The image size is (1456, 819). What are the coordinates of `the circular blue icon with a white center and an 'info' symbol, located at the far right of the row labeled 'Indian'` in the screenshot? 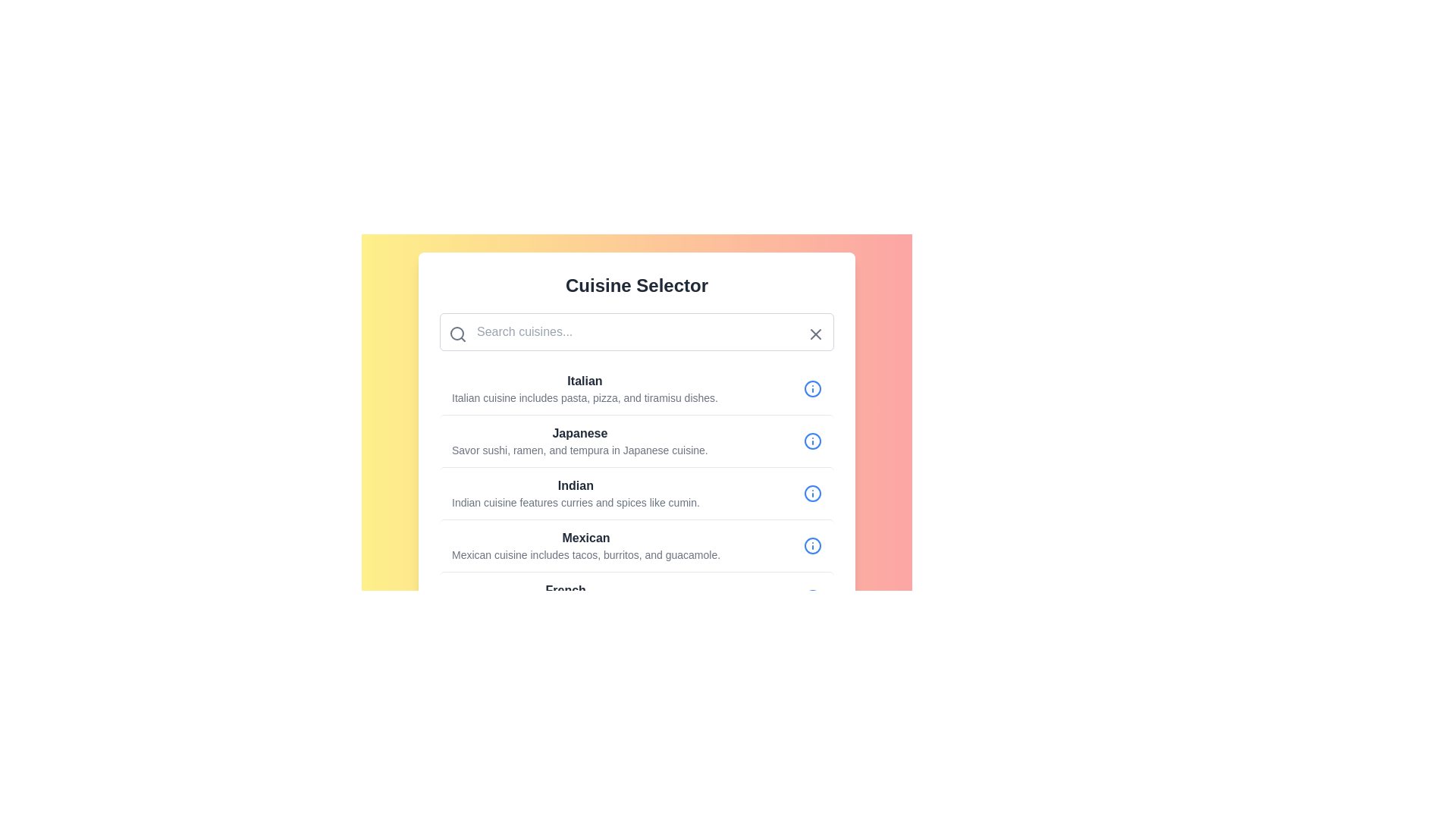 It's located at (811, 494).